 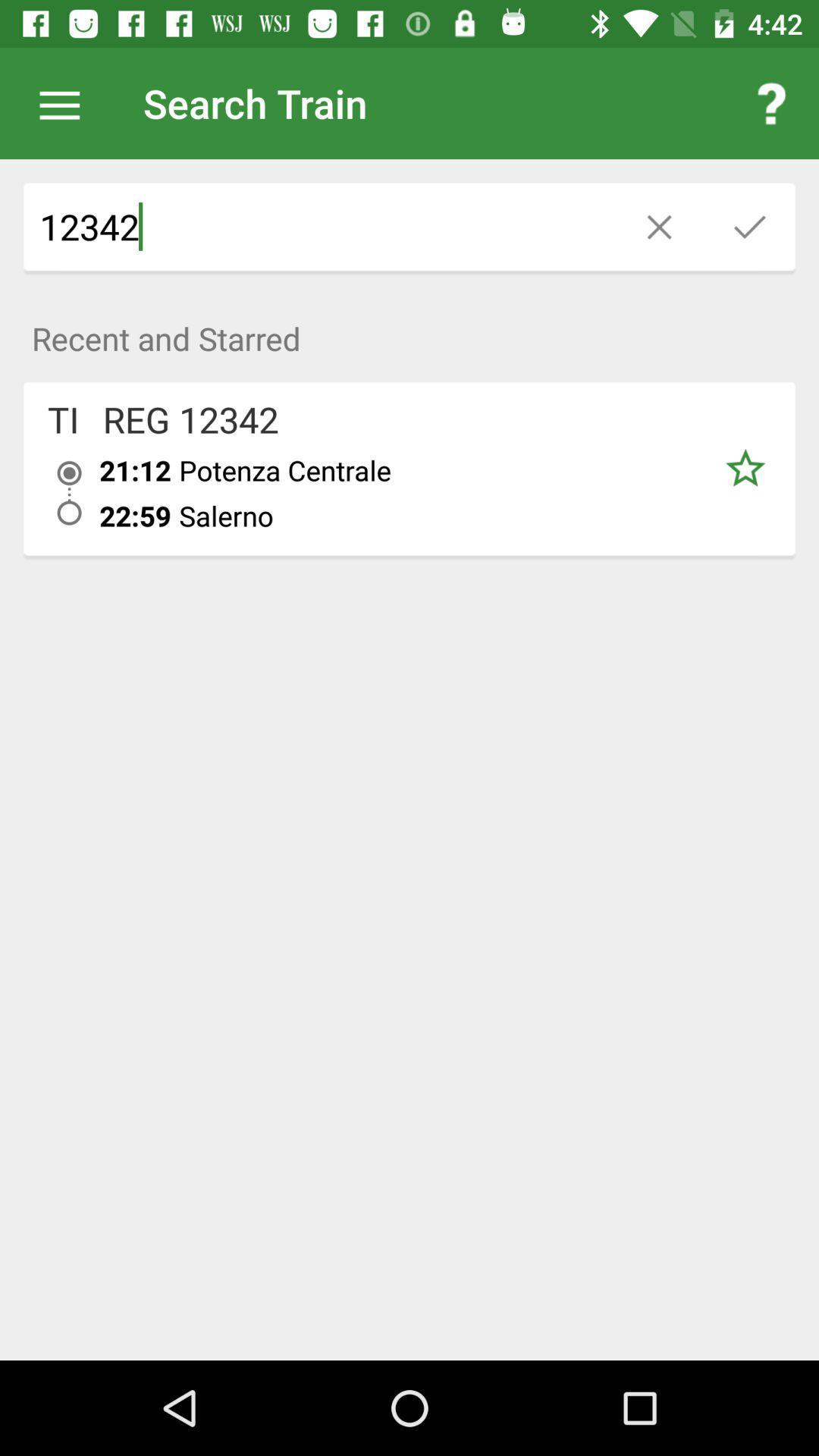 What do you see at coordinates (62, 419) in the screenshot?
I see `the icon next to 21:12 icon` at bounding box center [62, 419].